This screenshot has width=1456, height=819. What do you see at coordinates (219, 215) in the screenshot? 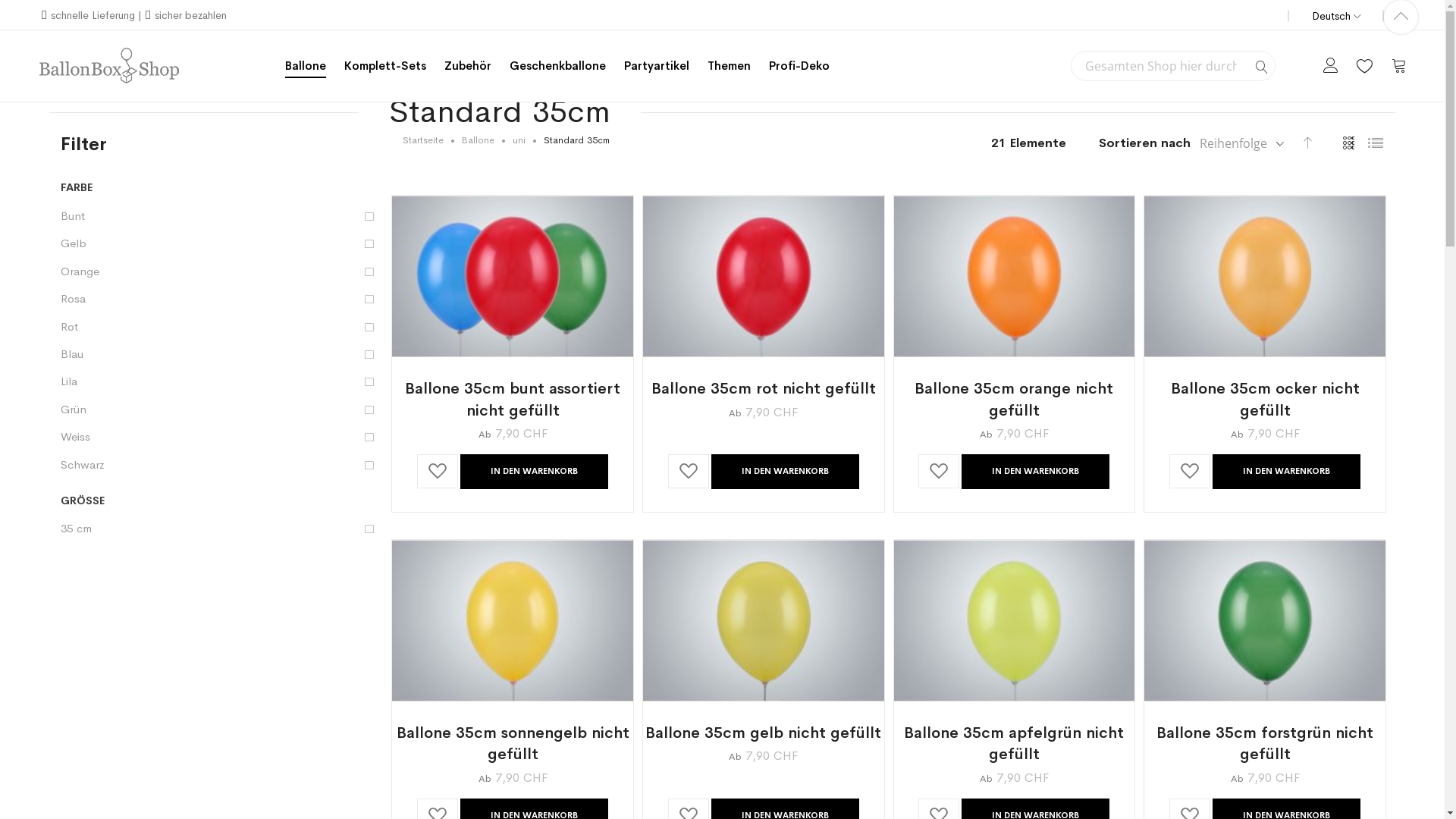
I see `'Bunt'` at bounding box center [219, 215].